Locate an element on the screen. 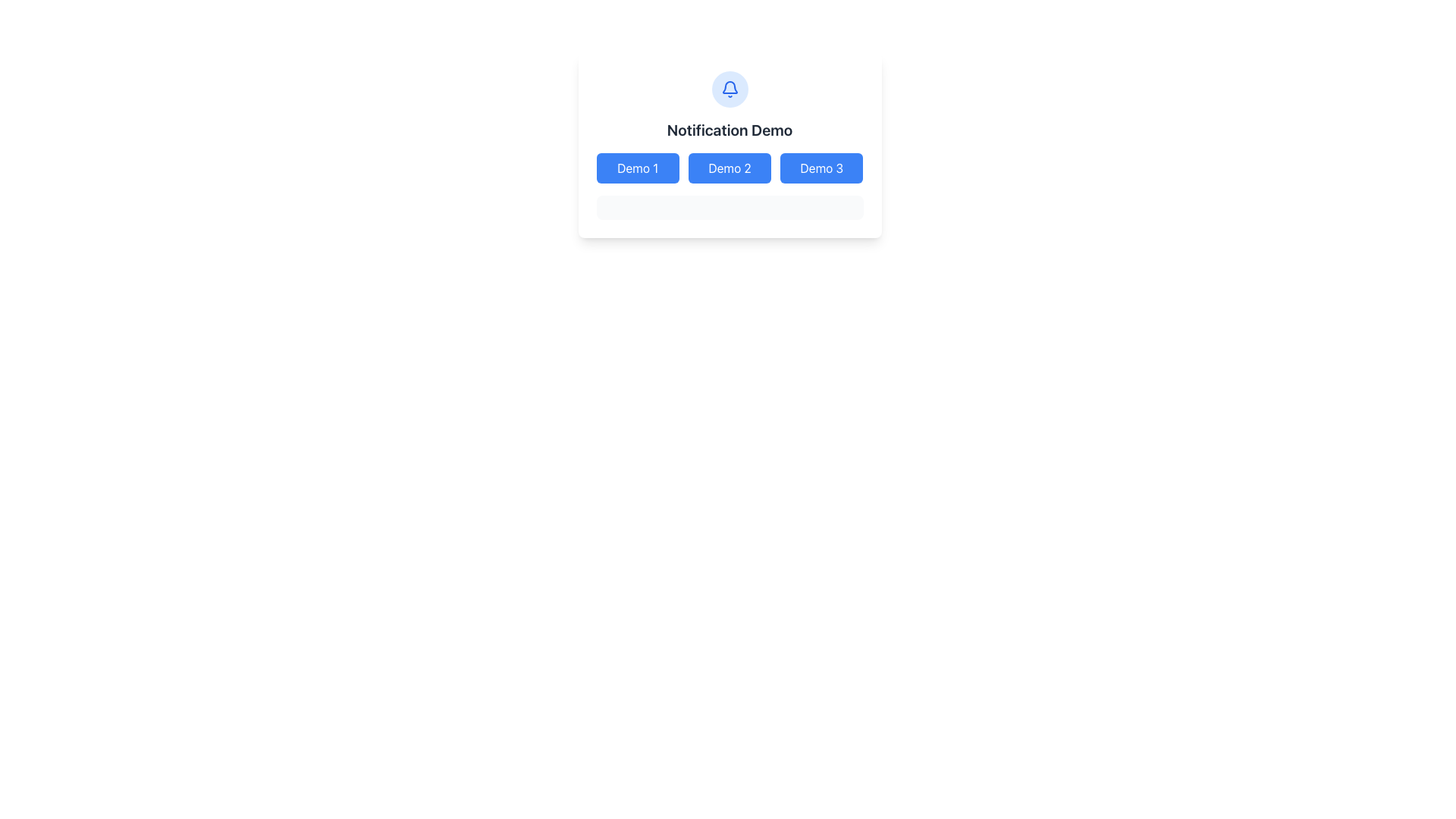  the notification icon located at the top center of the card component, above the blue buttons labeled 'Demo 1', 'Demo 2', and 'Demo 3' is located at coordinates (730, 89).